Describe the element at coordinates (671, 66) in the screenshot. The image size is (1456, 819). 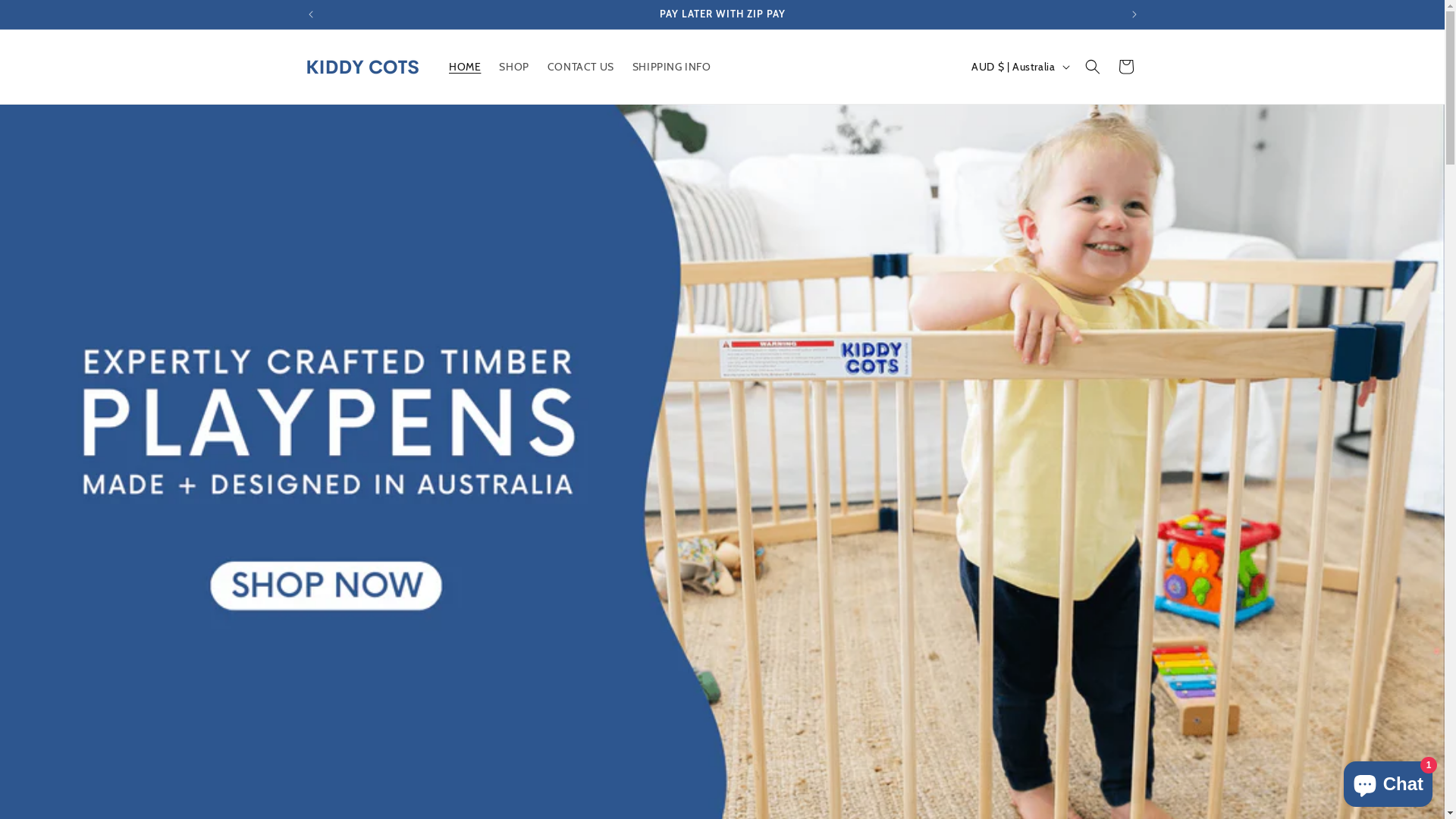
I see `'SHIPPING INFO'` at that location.